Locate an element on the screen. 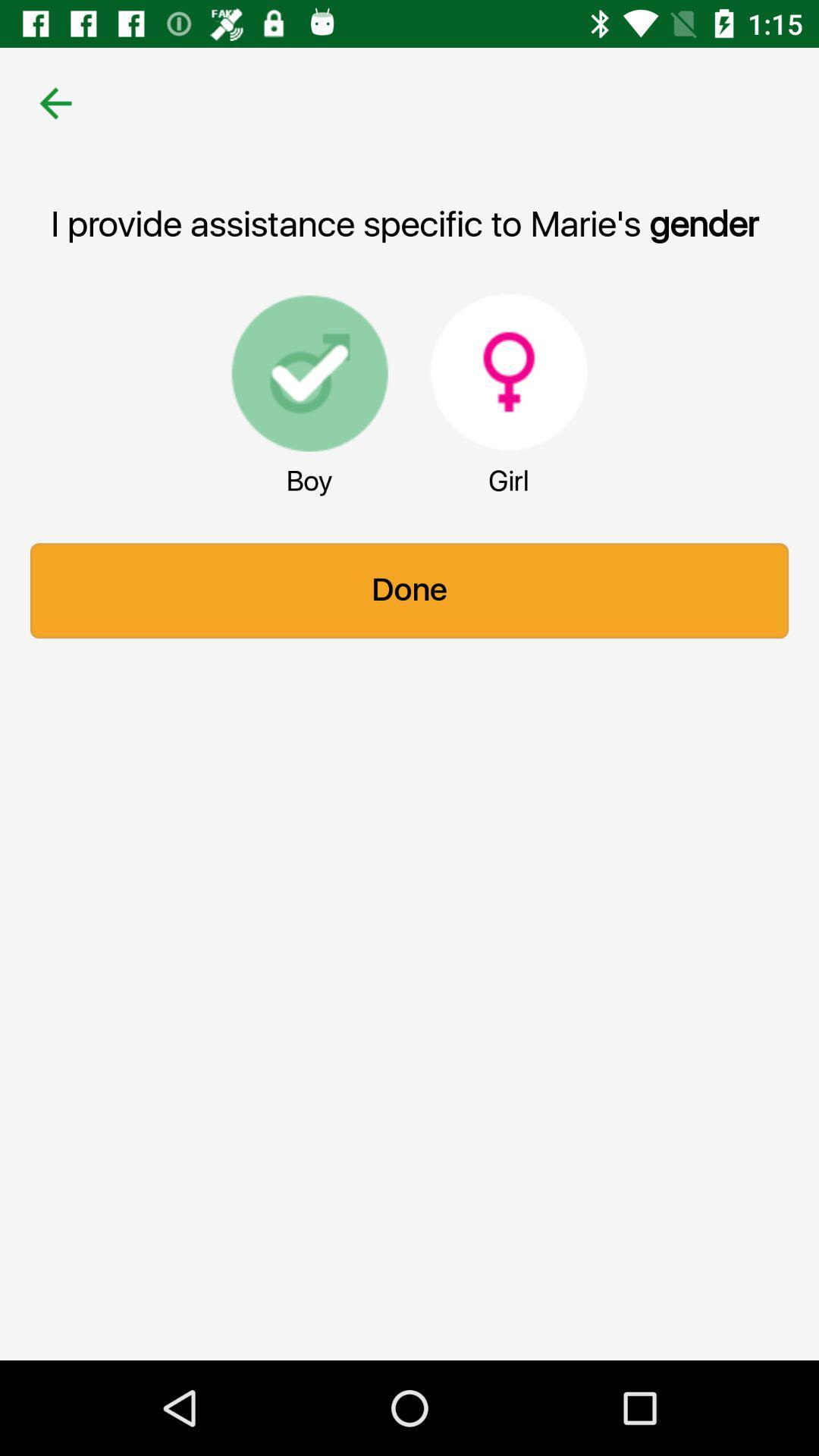 This screenshot has width=819, height=1456. the item below boy is located at coordinates (409, 590).